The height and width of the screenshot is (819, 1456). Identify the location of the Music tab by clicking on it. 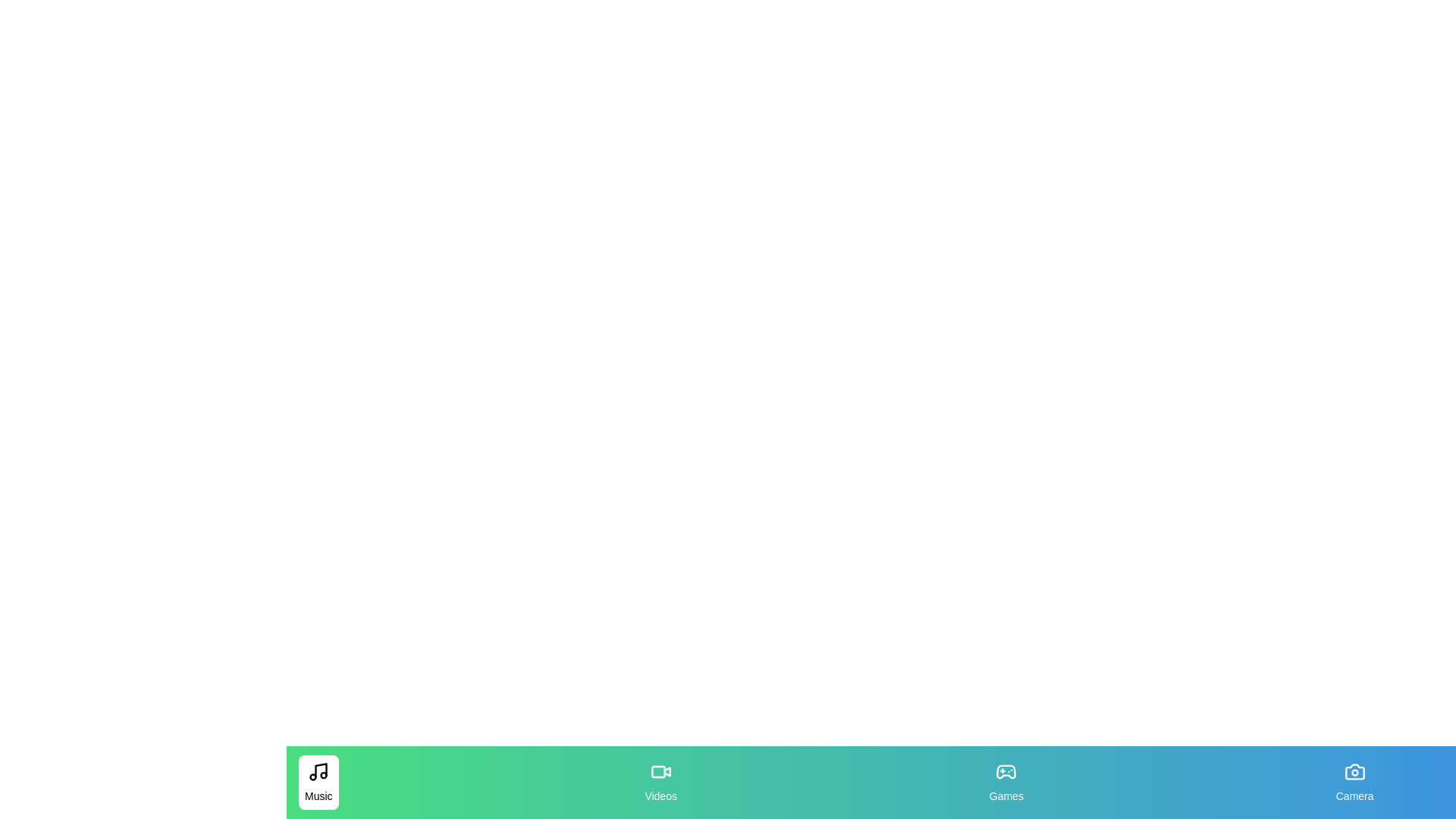
(318, 783).